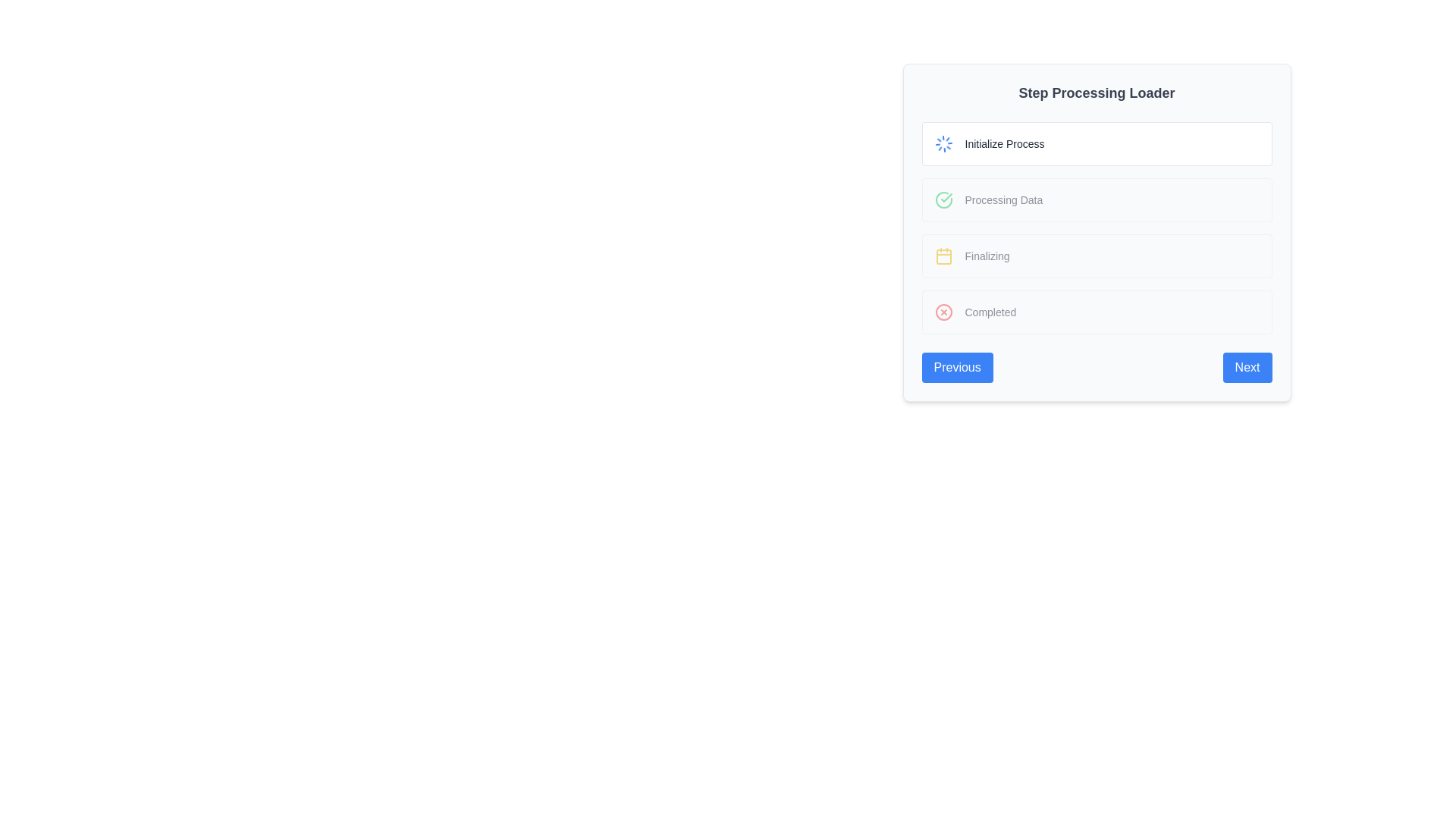 The width and height of the screenshot is (1456, 819). I want to click on the circular icon with a red border and red cross symbol inside, which indicates the 'Completed' step in the modal interface, so click(943, 312).